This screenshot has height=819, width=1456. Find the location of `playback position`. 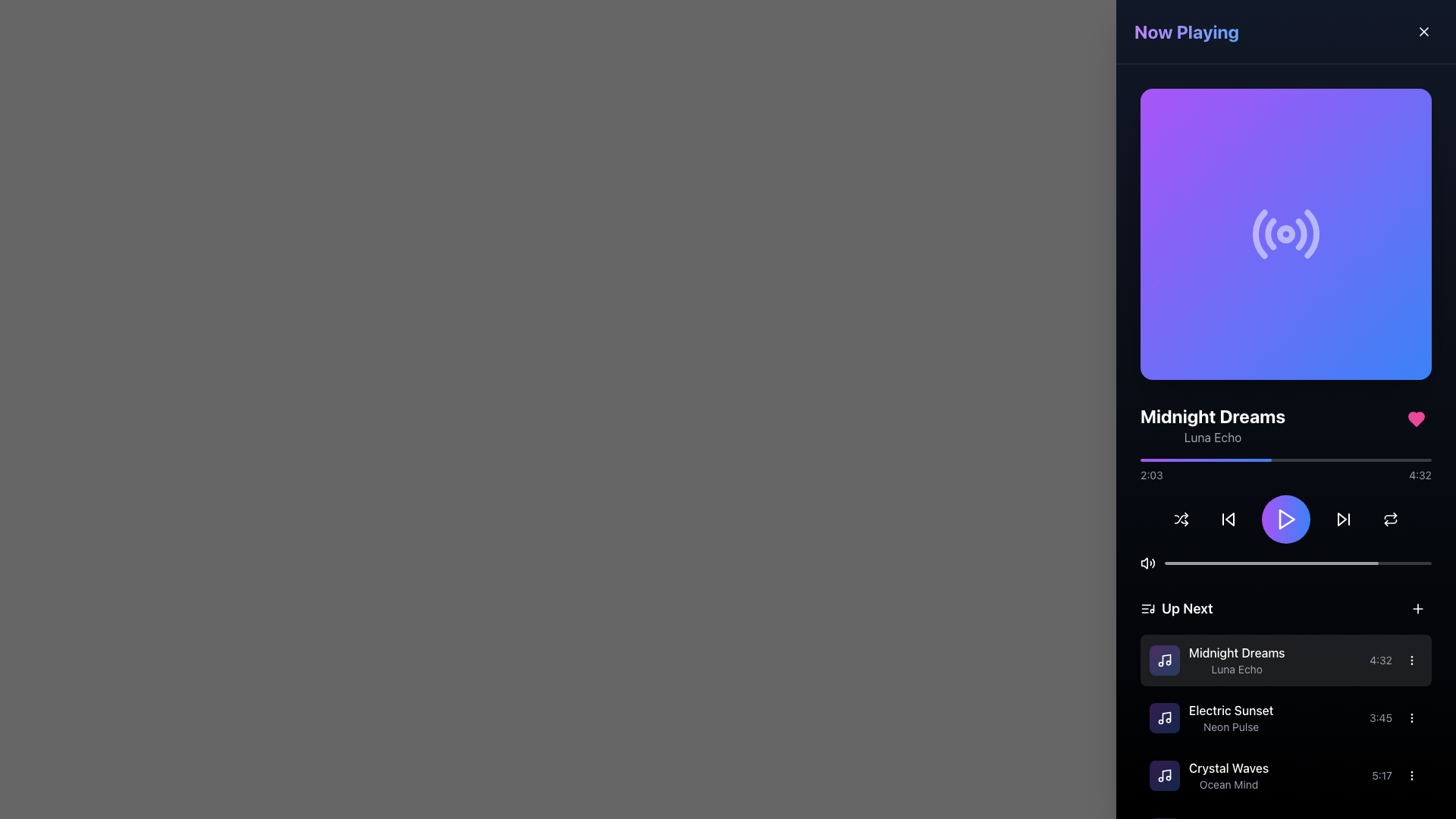

playback position is located at coordinates (1370, 563).